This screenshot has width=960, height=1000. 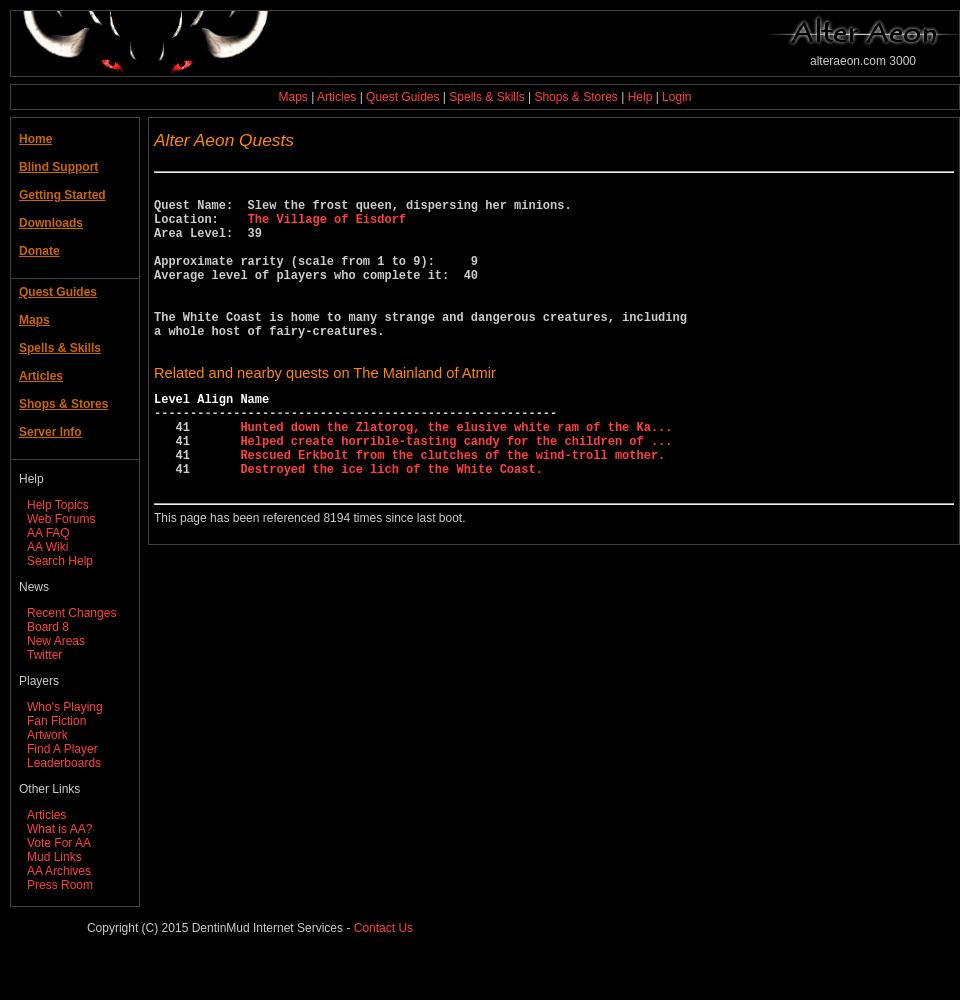 What do you see at coordinates (152, 282) in the screenshot?
I see `'Area Level:  39

Approximate rarity (scale from 1 to 9):     9
Average level of players who complete it:  40


The White Coast is home to many strange and dangerous creatures, including
a whole host of fairy-creatures.'` at bounding box center [152, 282].